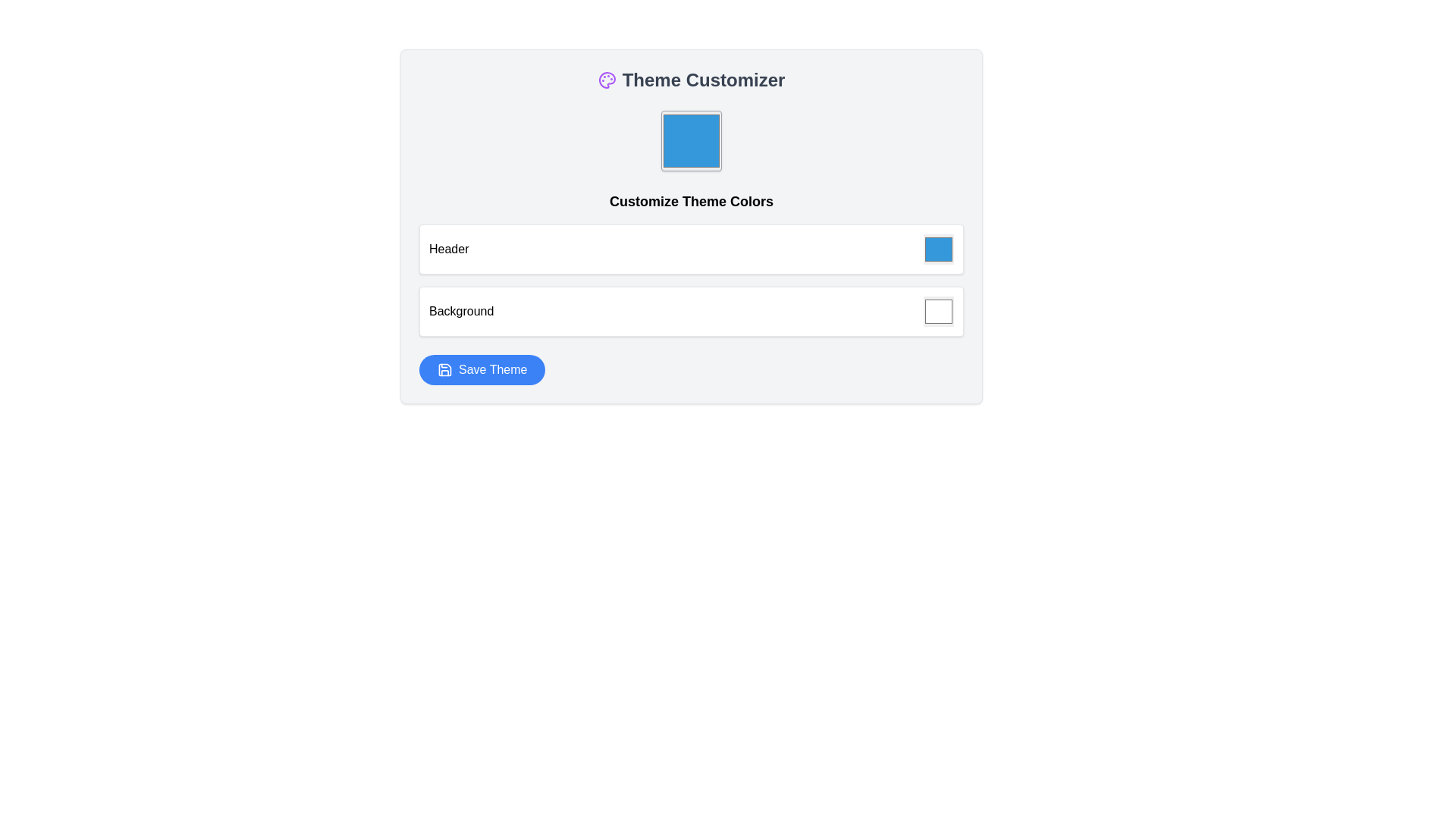 The height and width of the screenshot is (819, 1456). Describe the element at coordinates (607, 80) in the screenshot. I see `the painter's palette icon representing the theme customization feature located beside the 'Theme Customizer' text at the top of the page` at that location.